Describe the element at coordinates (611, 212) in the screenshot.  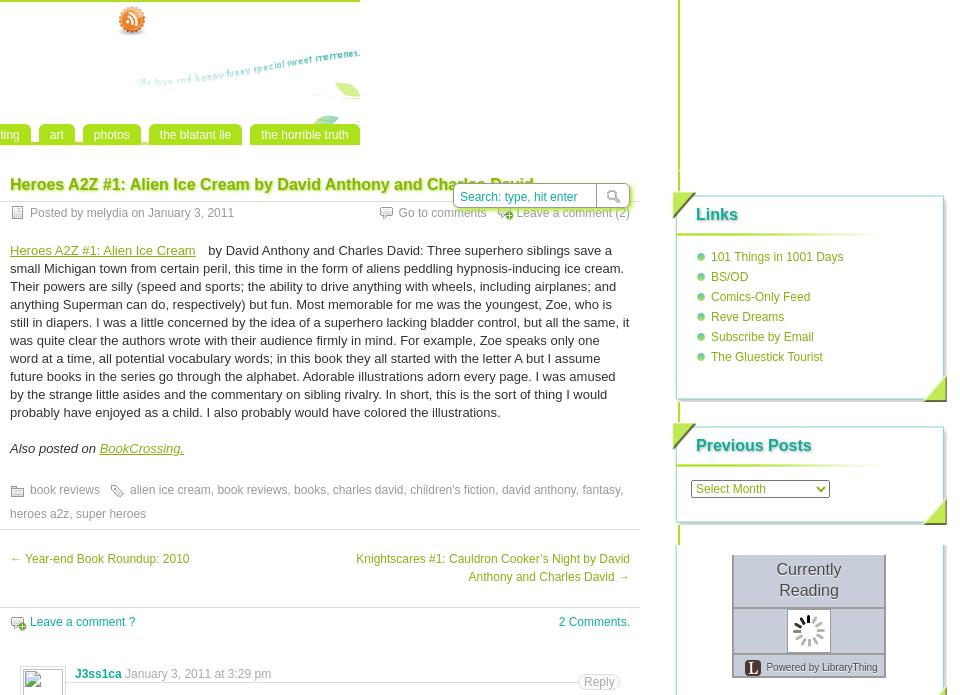
I see `'(2)'` at that location.